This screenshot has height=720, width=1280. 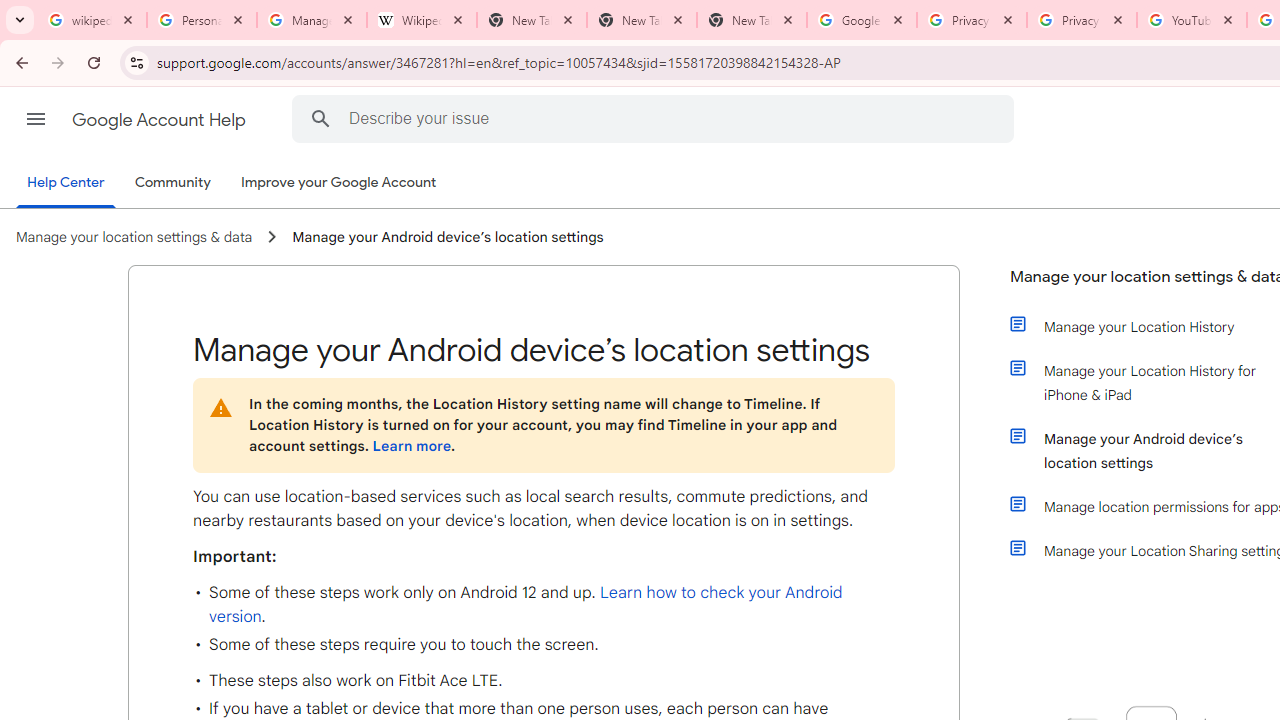 I want to click on 'New Tab', so click(x=642, y=20).